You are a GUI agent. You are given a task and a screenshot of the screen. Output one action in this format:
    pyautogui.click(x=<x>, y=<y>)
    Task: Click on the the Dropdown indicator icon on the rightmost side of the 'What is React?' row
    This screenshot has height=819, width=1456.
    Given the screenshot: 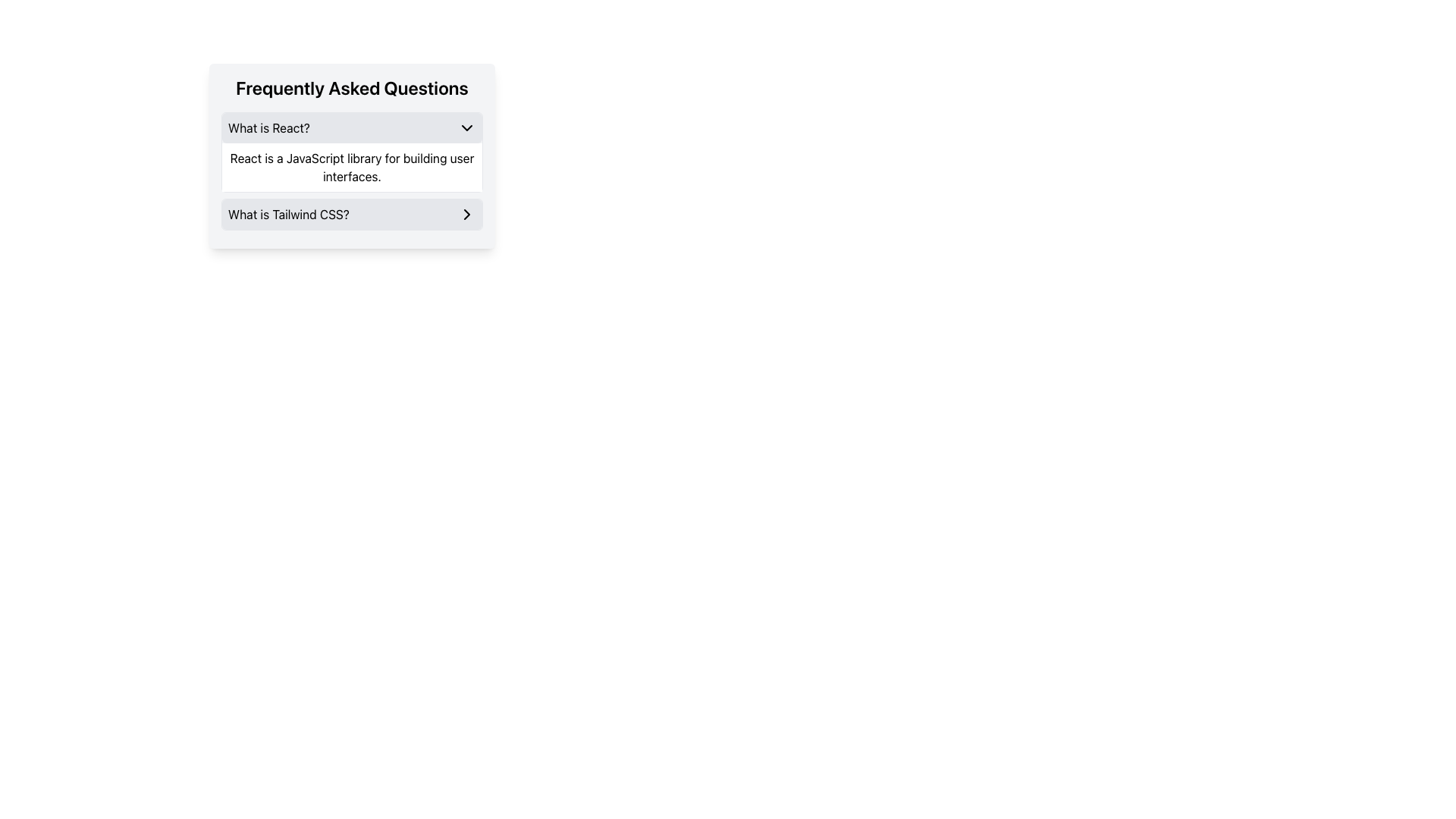 What is the action you would take?
    pyautogui.click(x=466, y=127)
    